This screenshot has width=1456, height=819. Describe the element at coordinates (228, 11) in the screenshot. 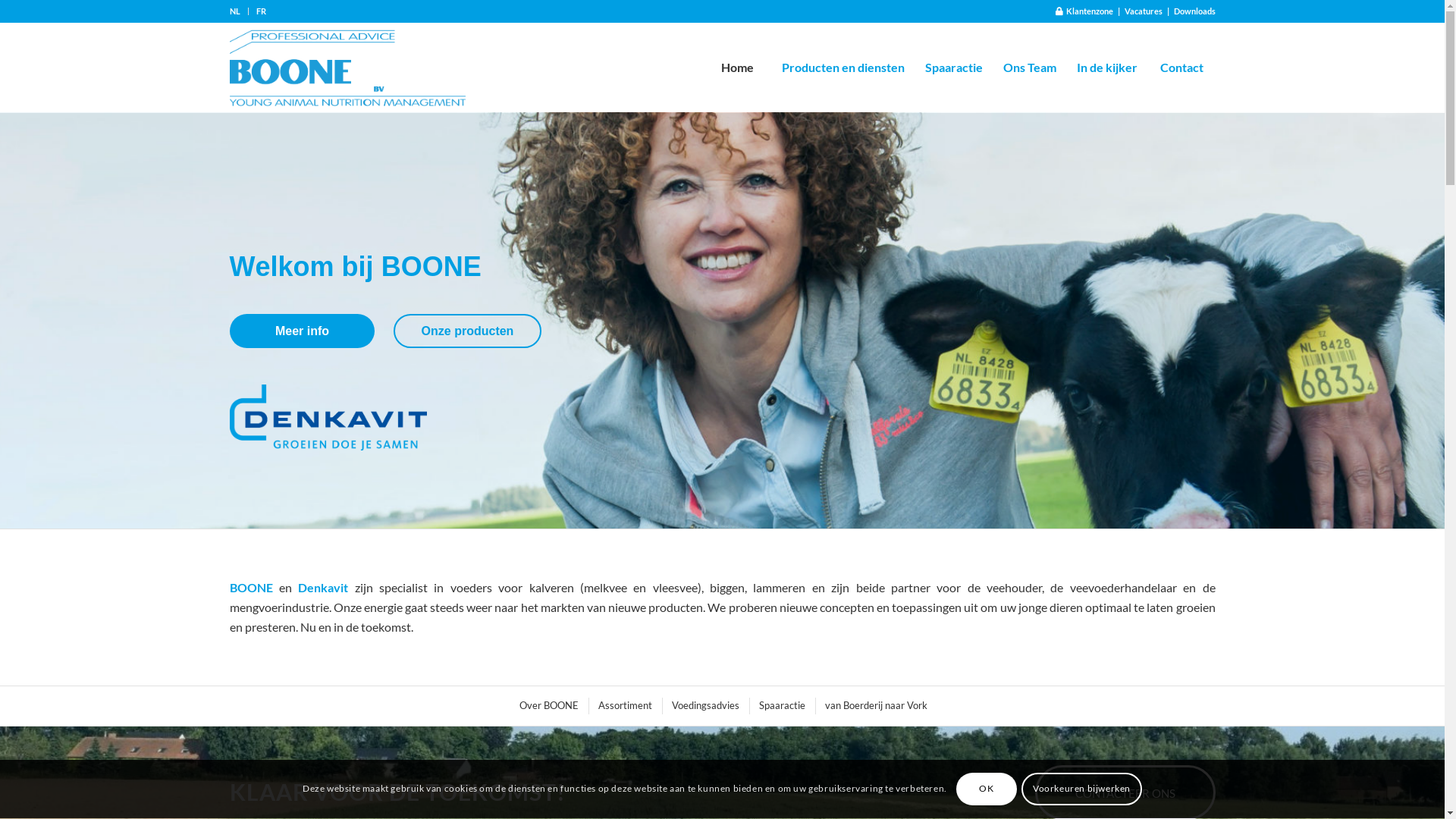

I see `'NL'` at that location.